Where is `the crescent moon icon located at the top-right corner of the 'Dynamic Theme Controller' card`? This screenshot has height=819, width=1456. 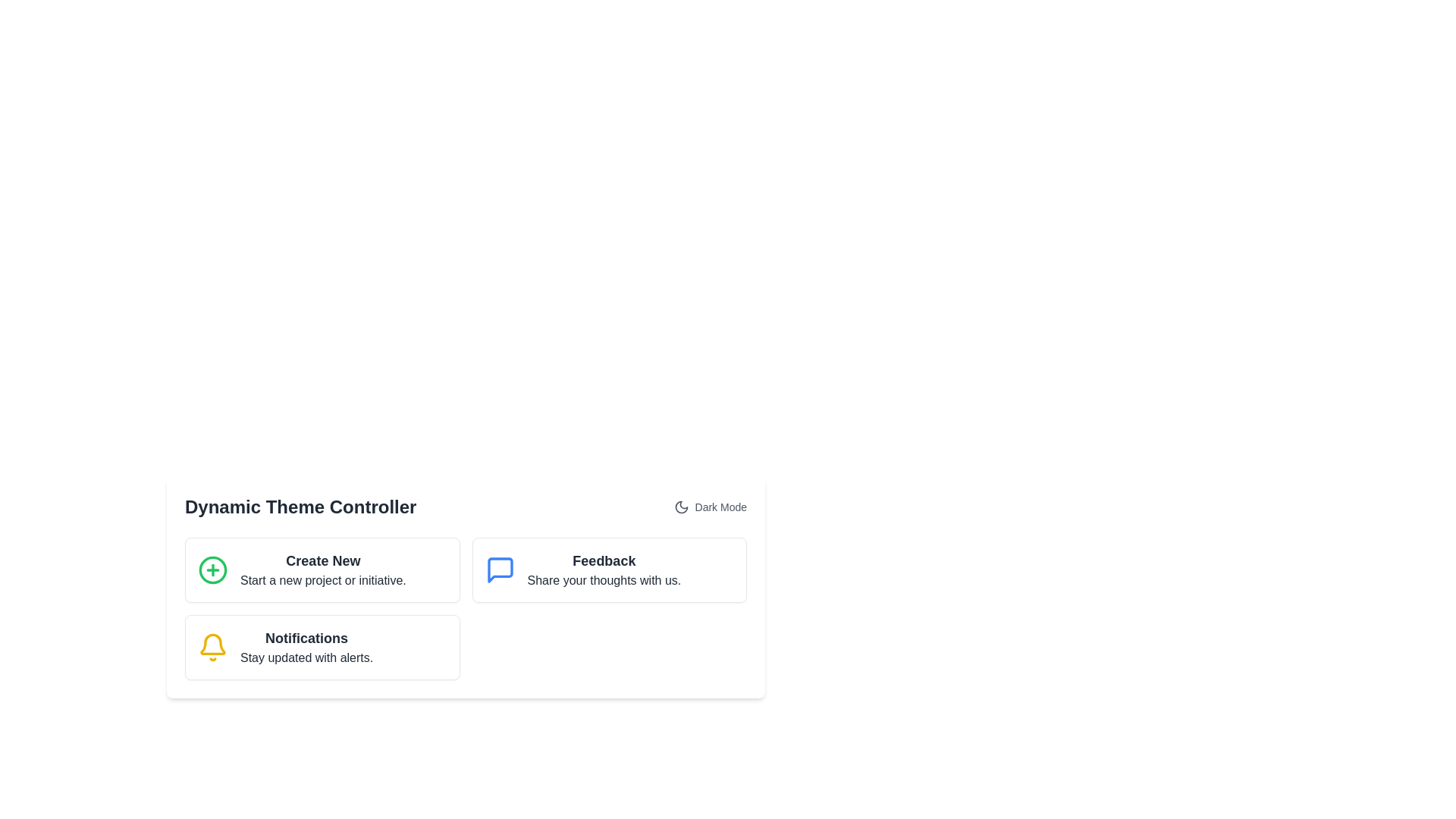
the crescent moon icon located at the top-right corner of the 'Dynamic Theme Controller' card is located at coordinates (680, 507).